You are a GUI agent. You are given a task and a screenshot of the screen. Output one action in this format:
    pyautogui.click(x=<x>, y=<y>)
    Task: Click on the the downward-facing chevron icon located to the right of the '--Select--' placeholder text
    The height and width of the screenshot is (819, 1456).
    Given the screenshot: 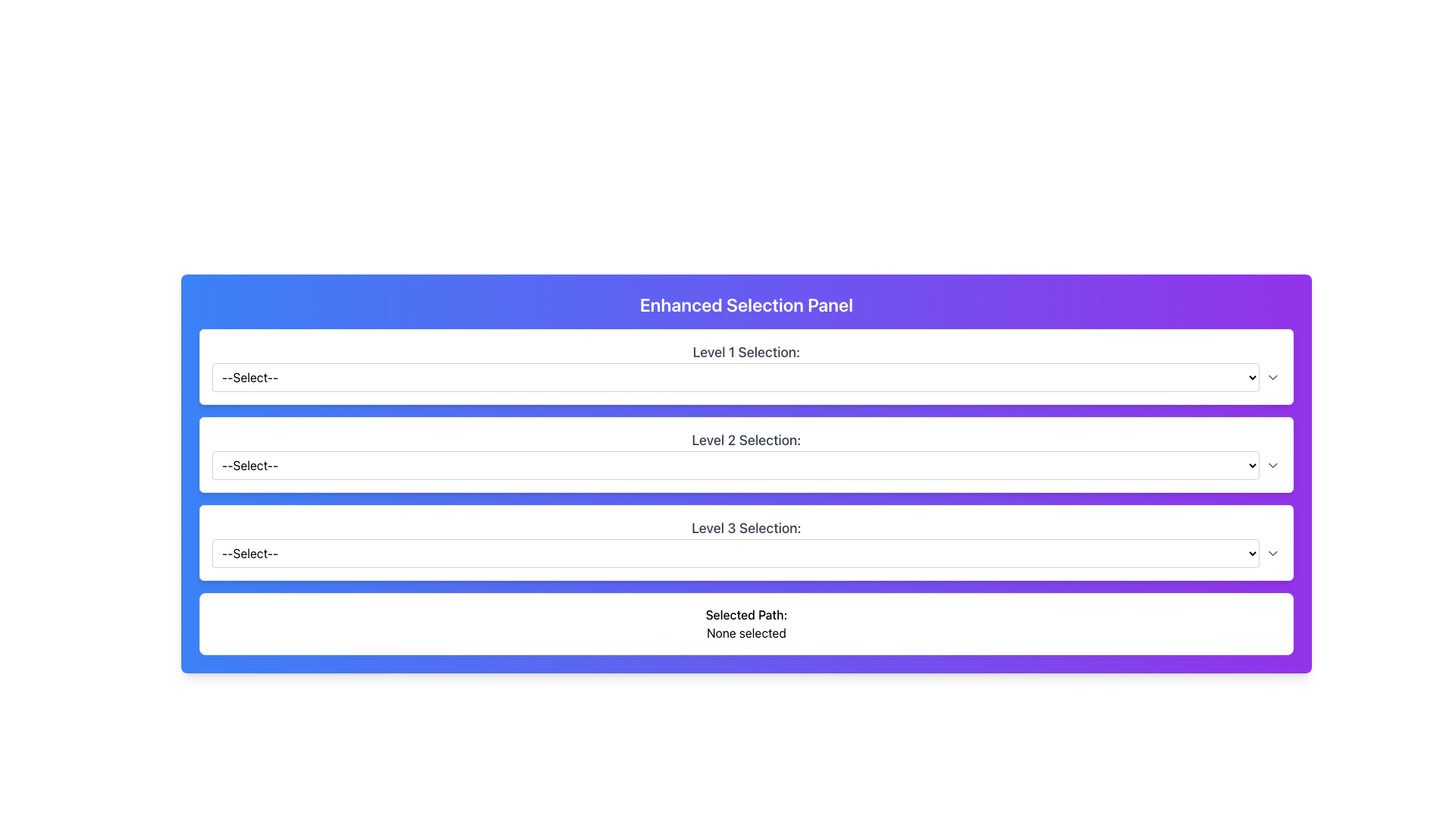 What is the action you would take?
    pyautogui.click(x=1273, y=553)
    